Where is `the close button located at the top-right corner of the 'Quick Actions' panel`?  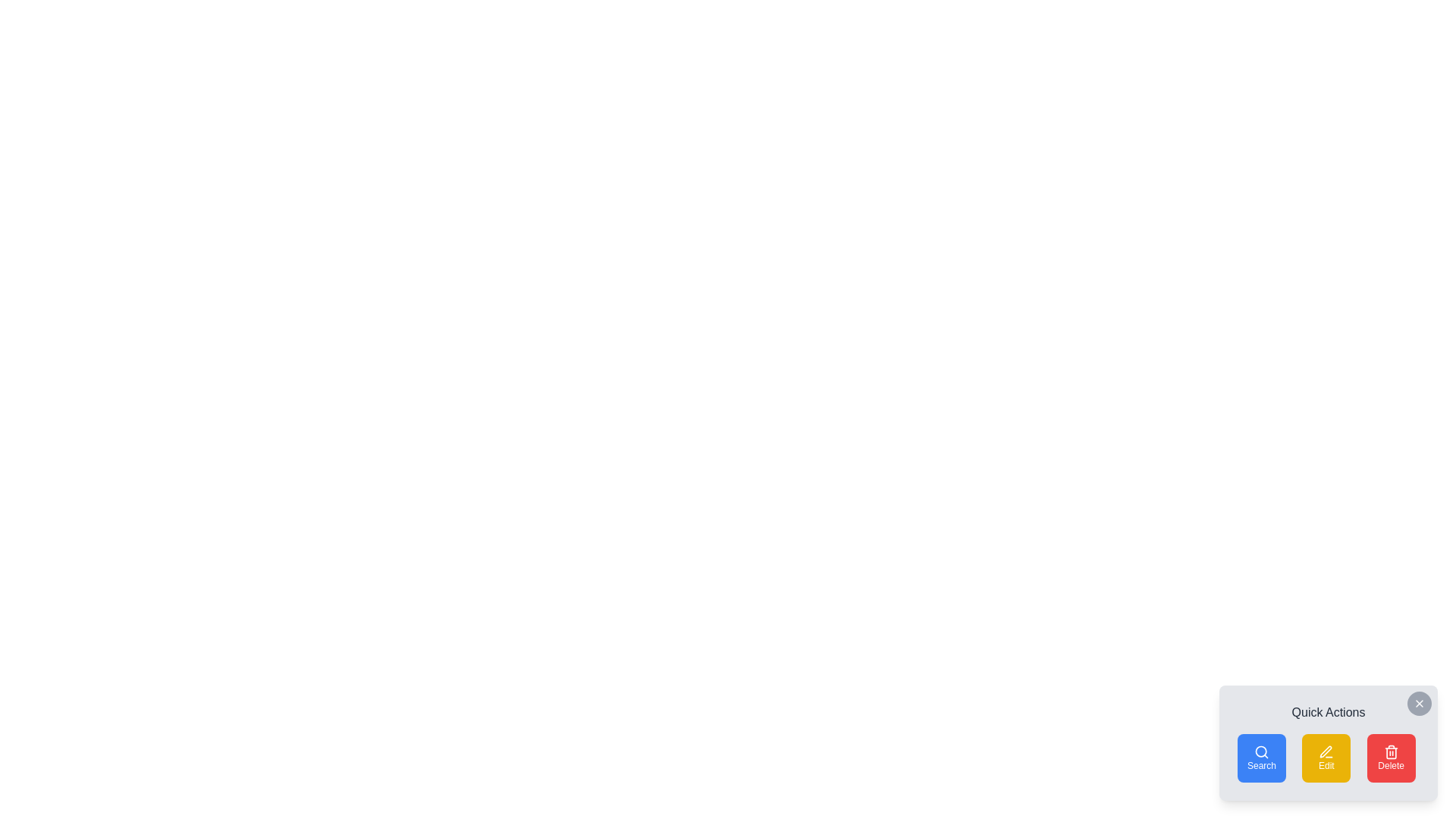 the close button located at the top-right corner of the 'Quick Actions' panel is located at coordinates (1419, 704).